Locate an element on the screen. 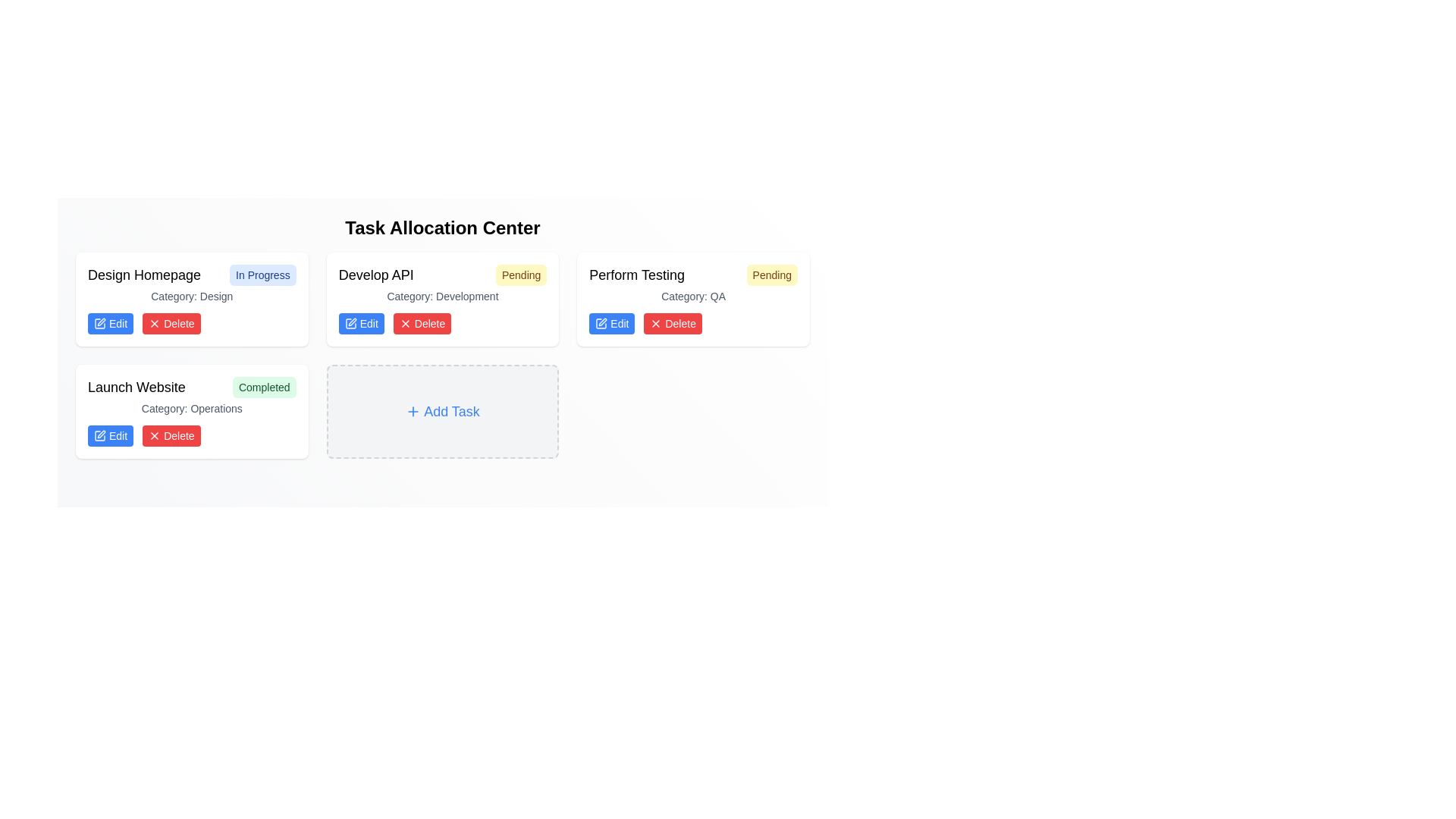  the edit icon within the 'Edit' button for the task 'Develop API' located in the second column of the task board is located at coordinates (350, 323).